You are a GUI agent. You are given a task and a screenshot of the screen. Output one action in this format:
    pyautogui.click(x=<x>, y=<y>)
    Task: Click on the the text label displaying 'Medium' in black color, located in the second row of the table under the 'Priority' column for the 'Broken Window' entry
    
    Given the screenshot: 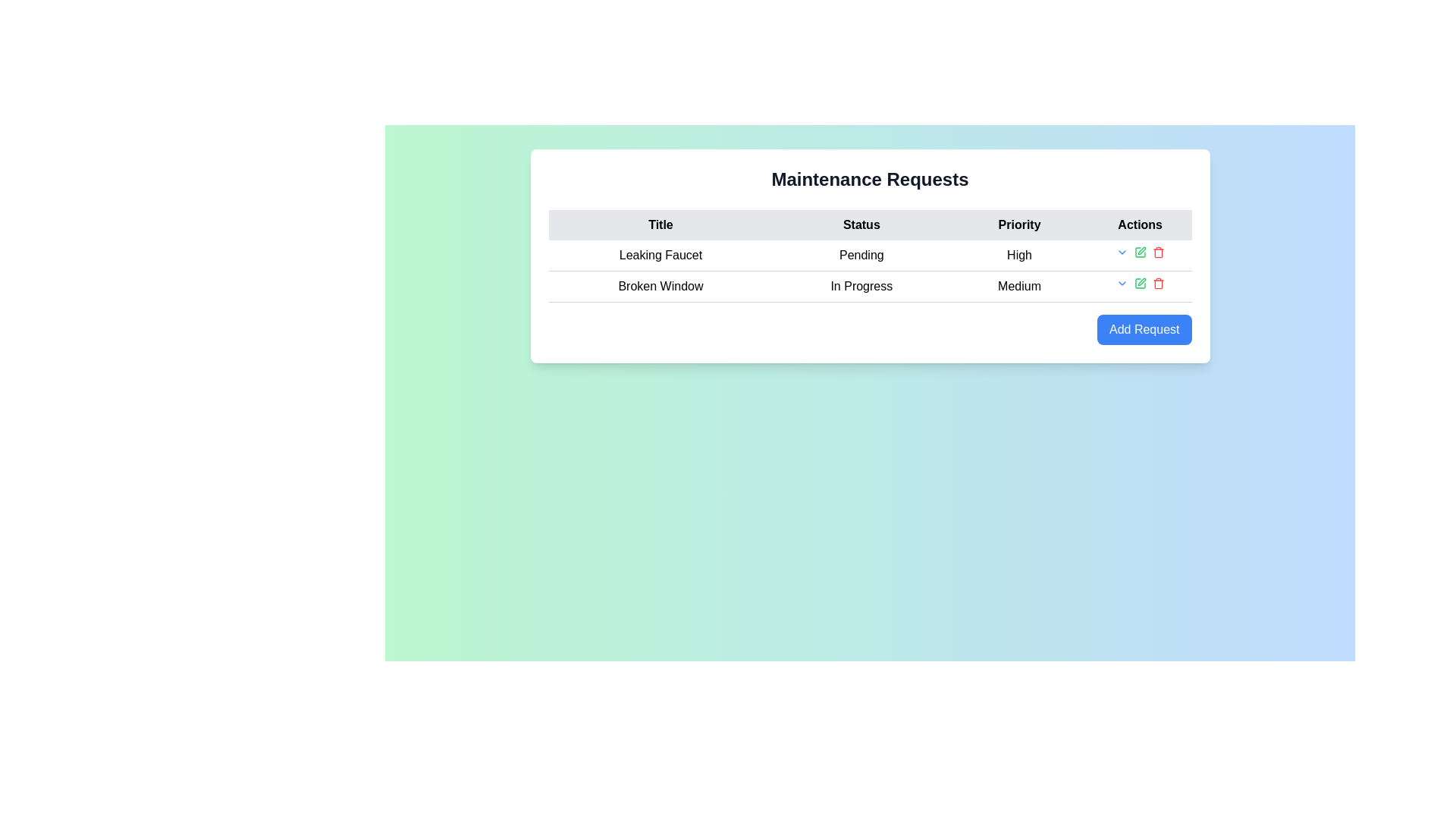 What is the action you would take?
    pyautogui.click(x=1019, y=287)
    